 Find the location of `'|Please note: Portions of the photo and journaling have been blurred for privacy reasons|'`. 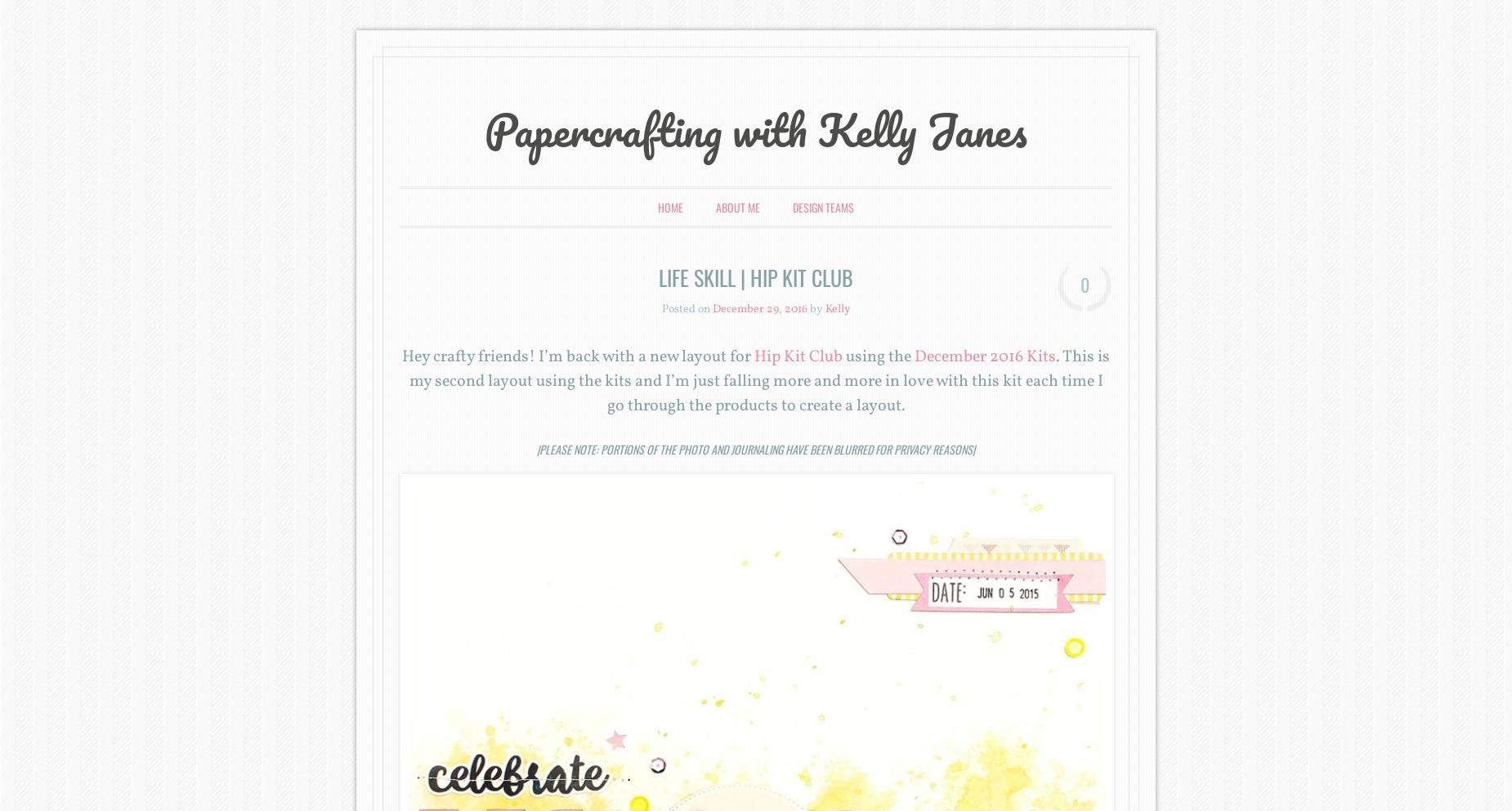

'|Please note: Portions of the photo and journaling have been blurred for privacy reasons|' is located at coordinates (536, 449).